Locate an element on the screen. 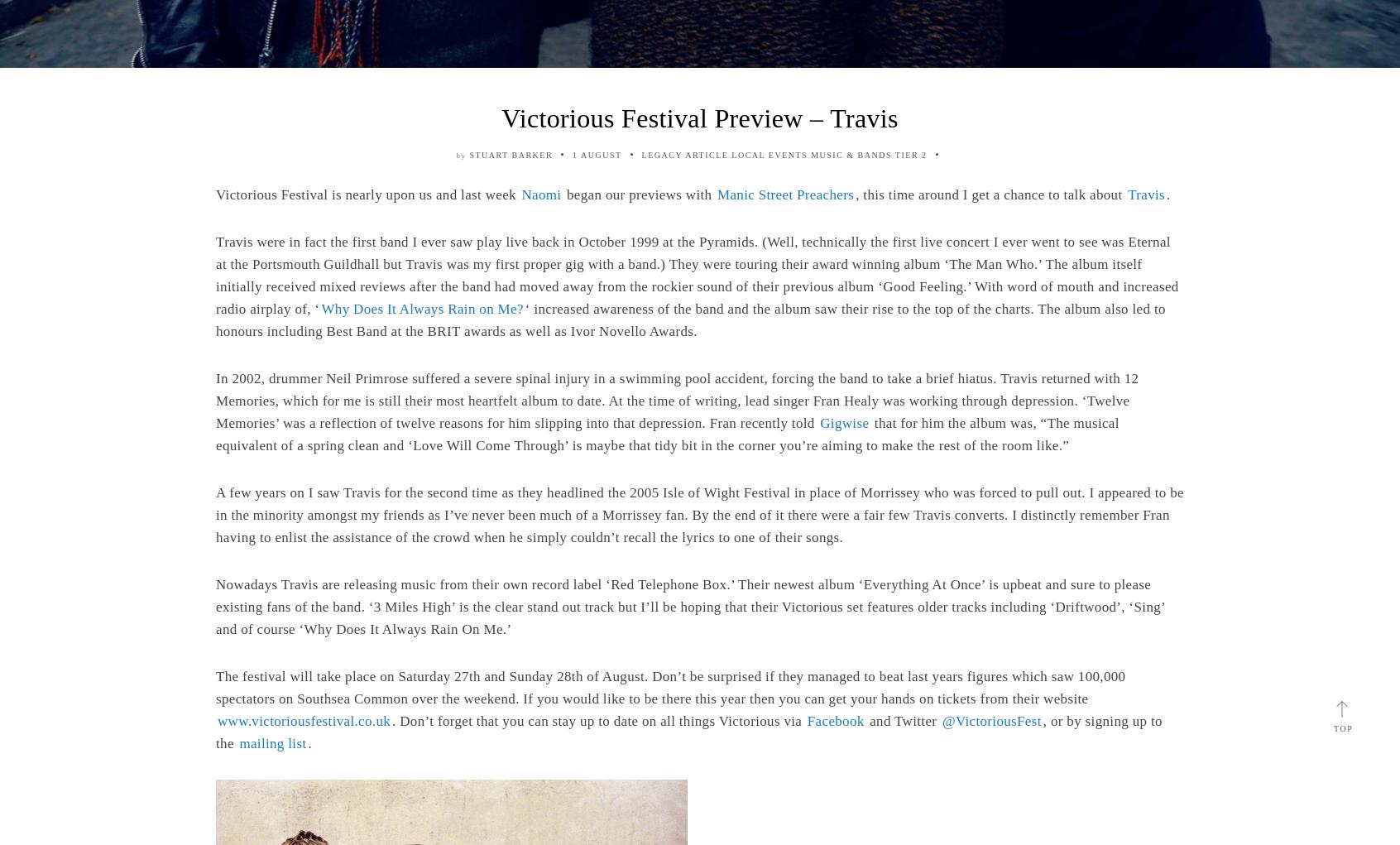 Image resolution: width=1400 pixels, height=845 pixels. 'Stuart Barker' is located at coordinates (467, 154).